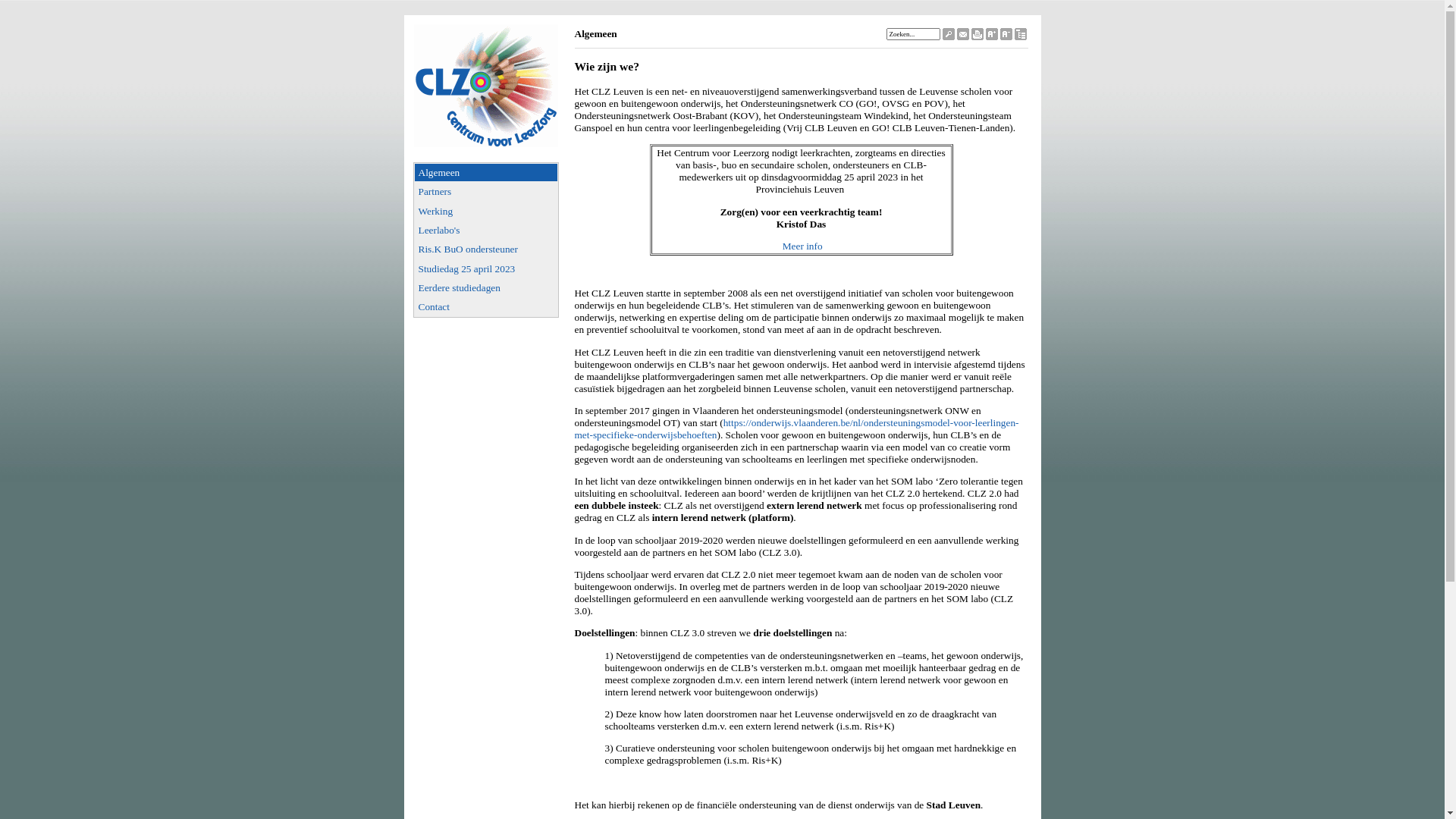 Image resolution: width=1456 pixels, height=819 pixels. Describe the element at coordinates (992, 35) in the screenshot. I see `'Grotere tekens'` at that location.